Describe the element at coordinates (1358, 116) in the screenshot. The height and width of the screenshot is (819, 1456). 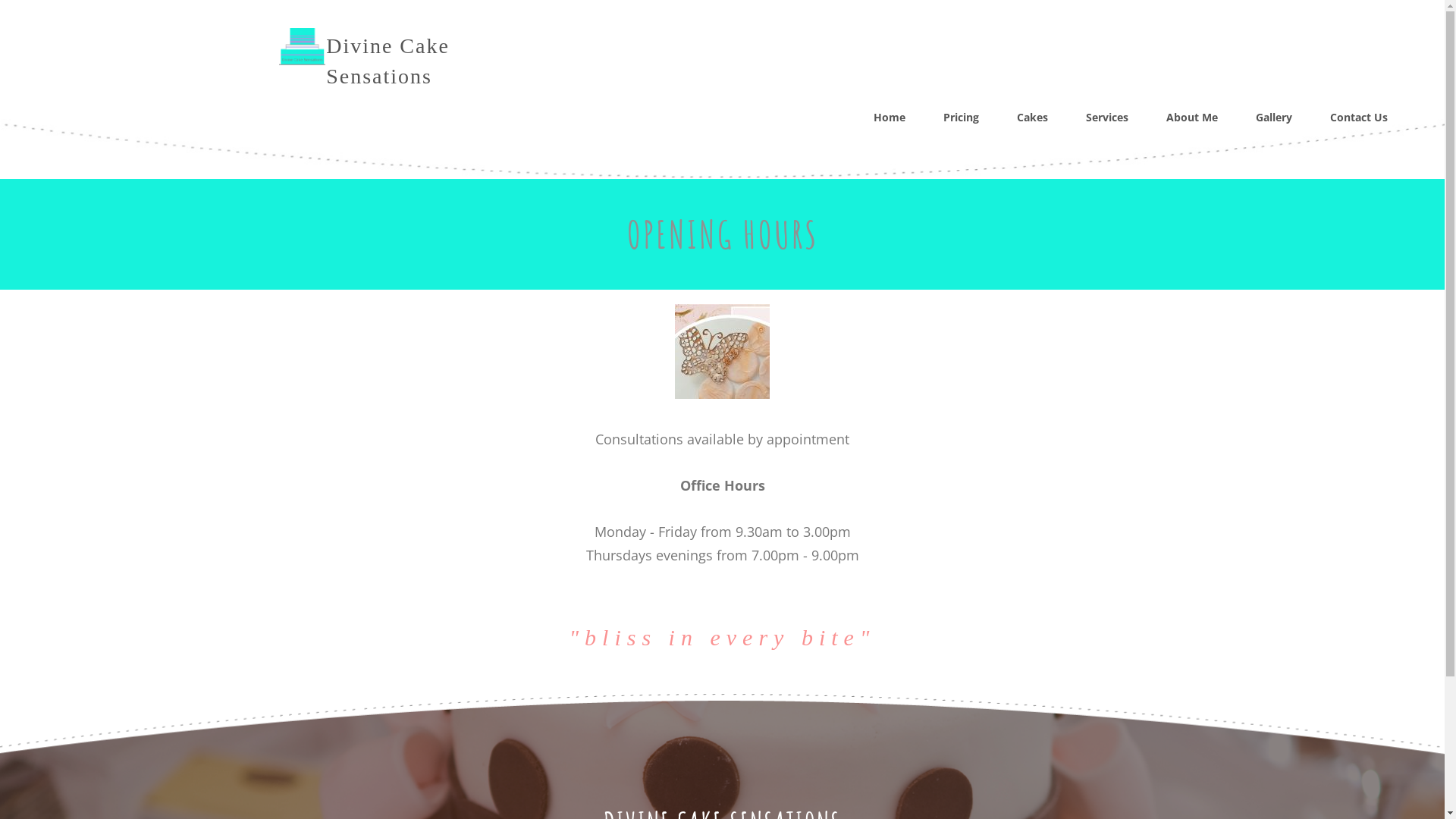
I see `'Contact Us'` at that location.